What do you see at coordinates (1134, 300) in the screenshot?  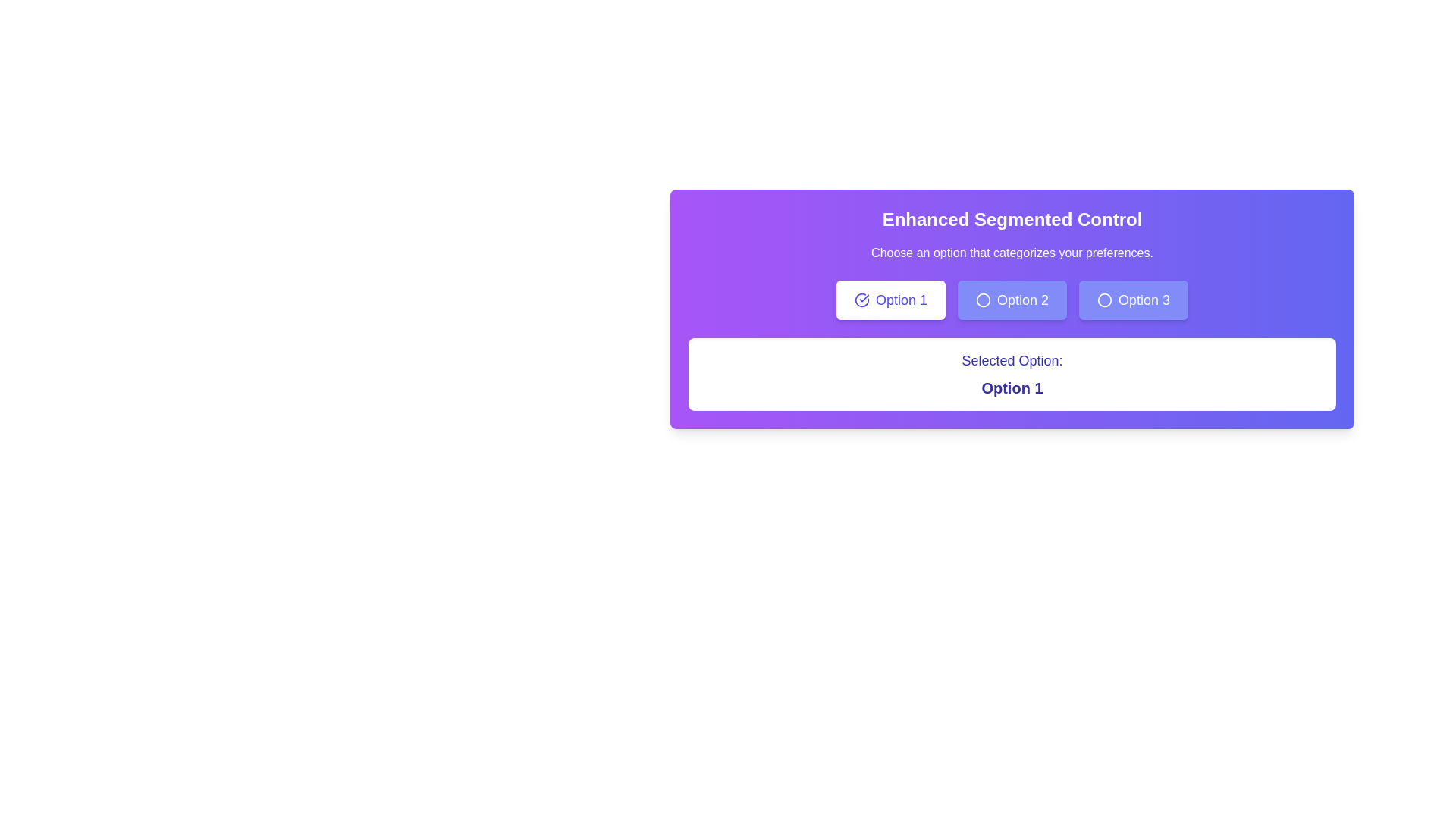 I see `the third button labeled 'Option 3' with a circular icon` at bounding box center [1134, 300].